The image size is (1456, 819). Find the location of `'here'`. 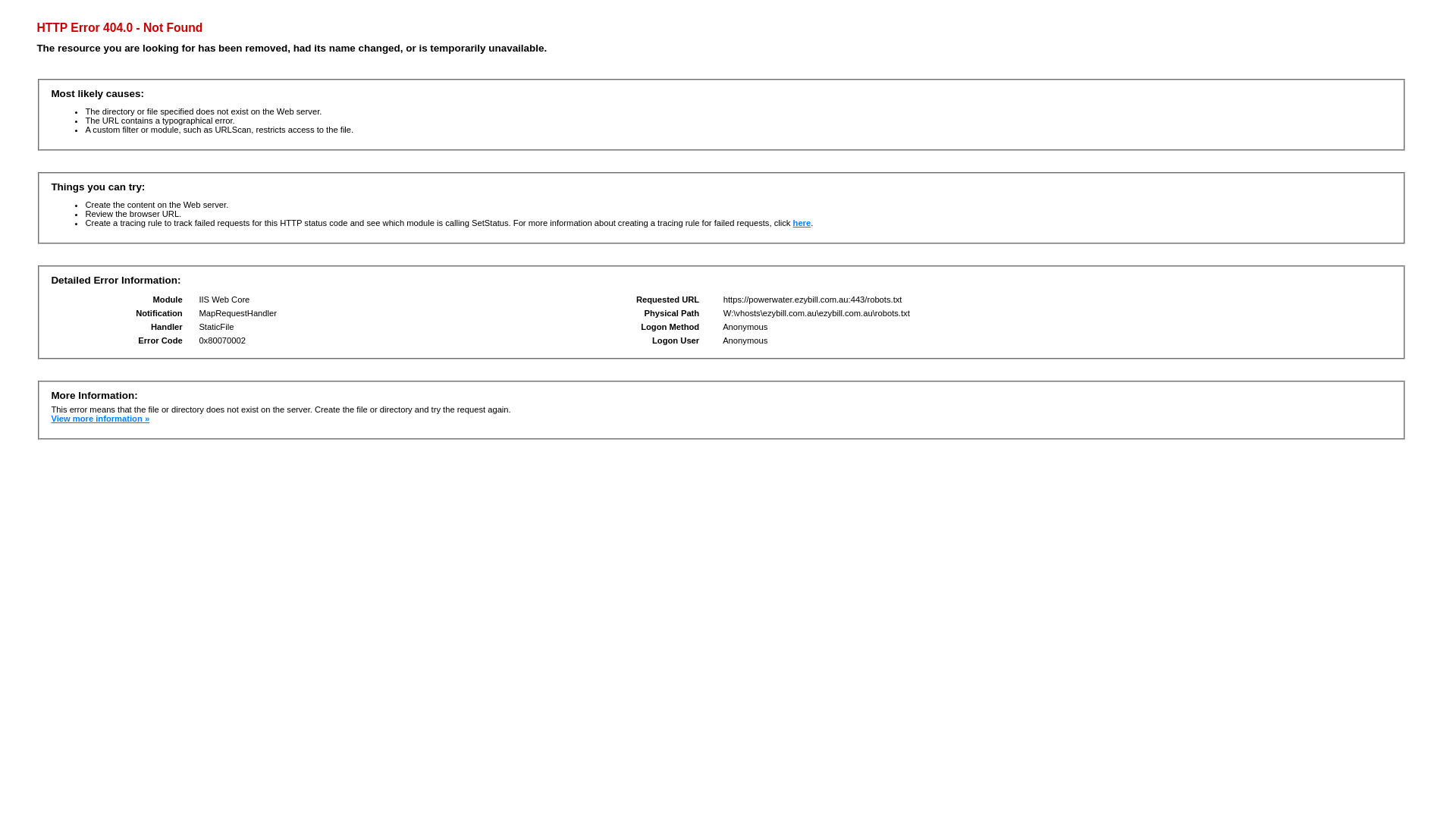

'here' is located at coordinates (792, 222).